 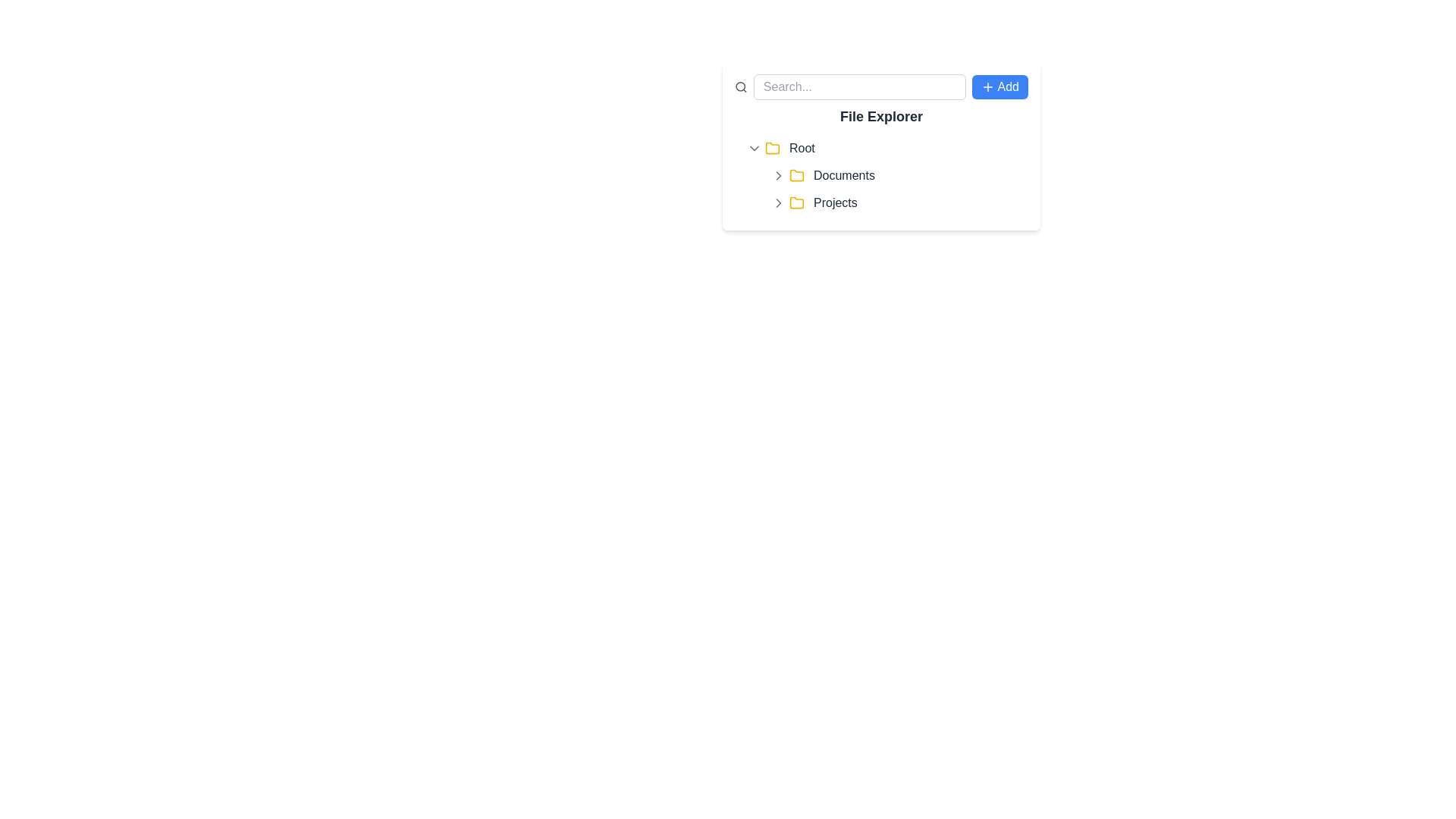 What do you see at coordinates (779, 174) in the screenshot?
I see `the right-facing chevron icon adjacent to the 'Documents' text label` at bounding box center [779, 174].